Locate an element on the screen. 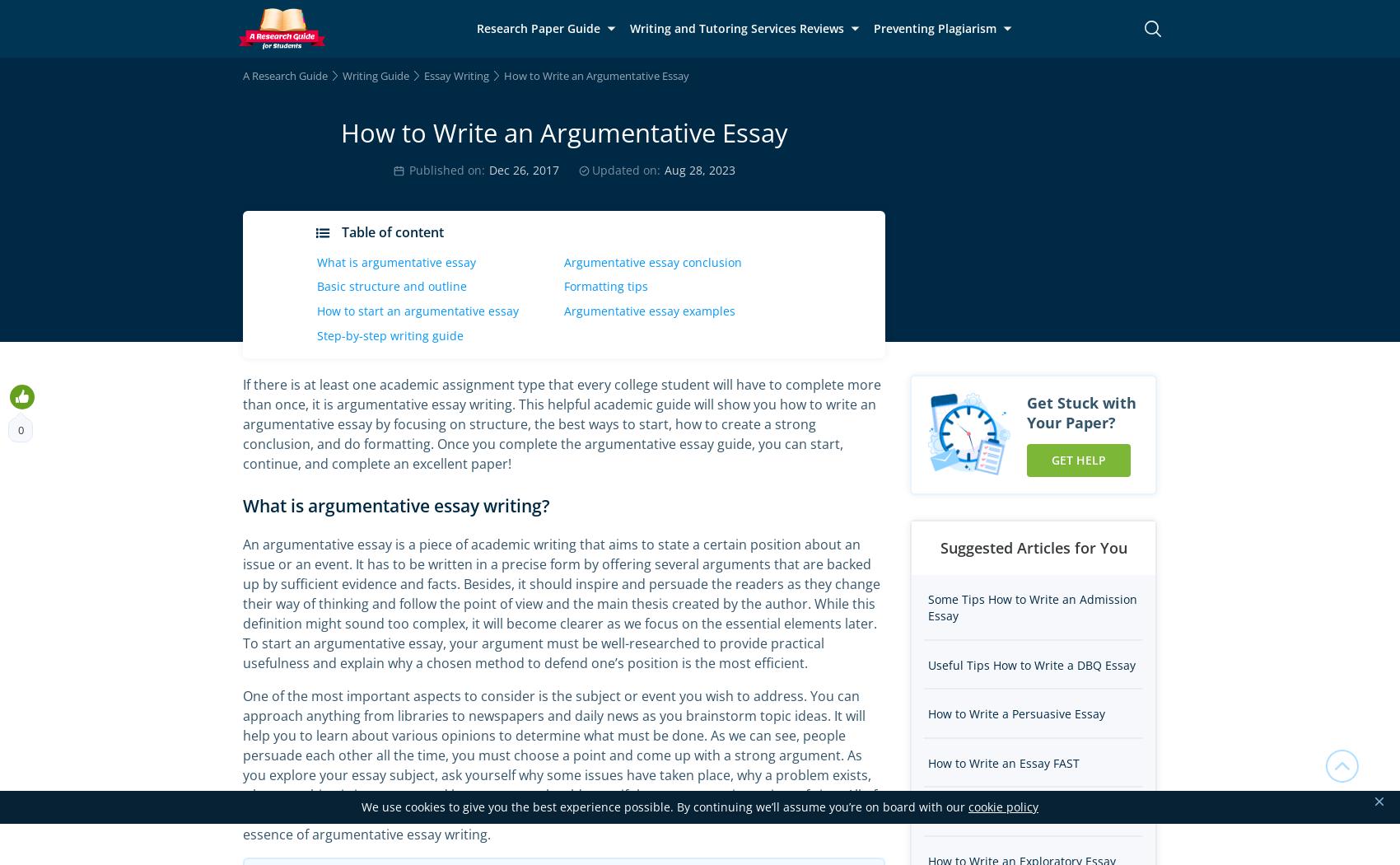 The height and width of the screenshot is (865, 1400). 'We use cookies to give you the best experience possible. By continuing we’ll assume you’re on board with our' is located at coordinates (664, 807).